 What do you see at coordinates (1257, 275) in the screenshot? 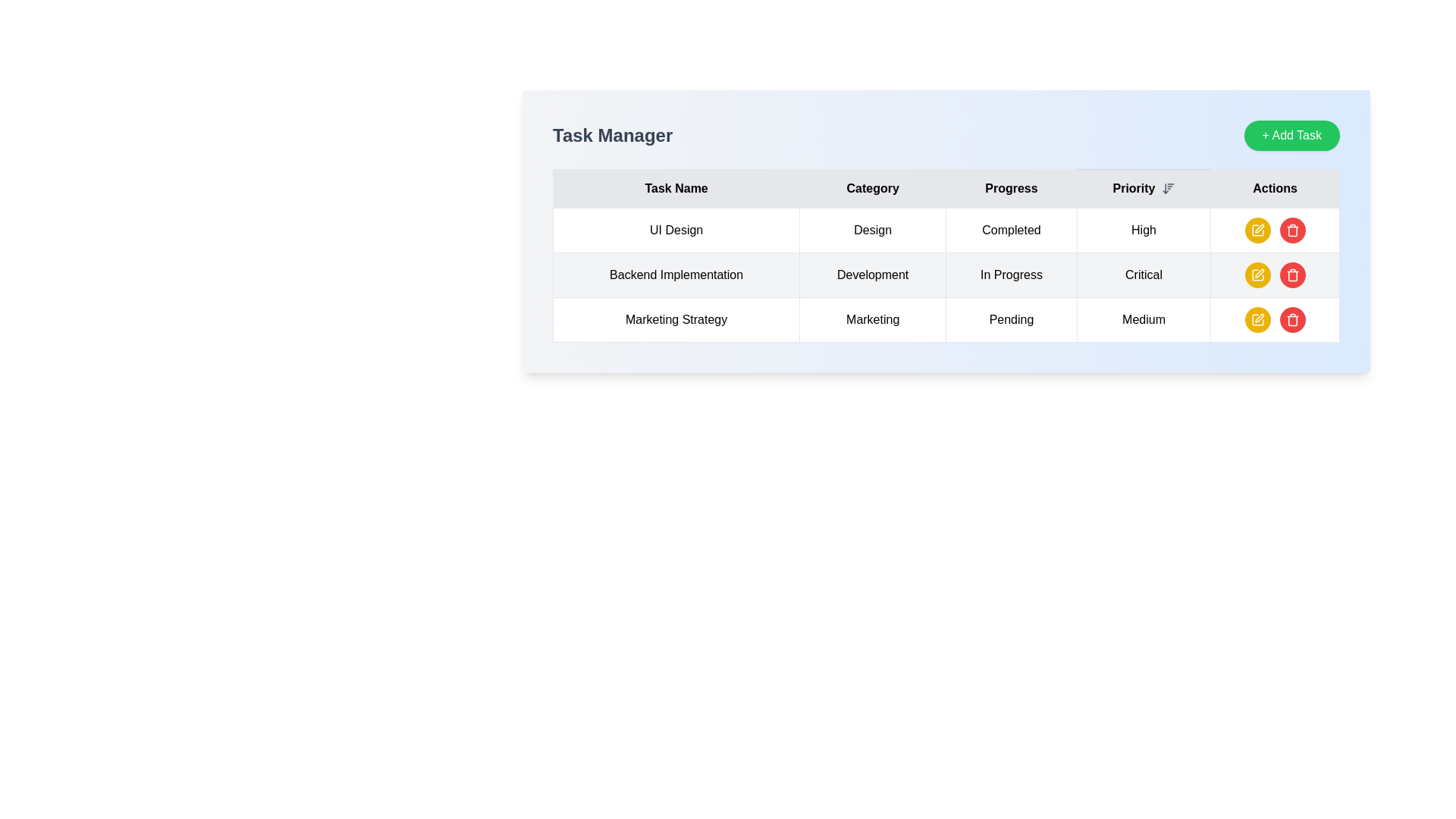
I see `the edit button located in the 'Actions' column of the second row in the table to initiate editing the task details` at bounding box center [1257, 275].